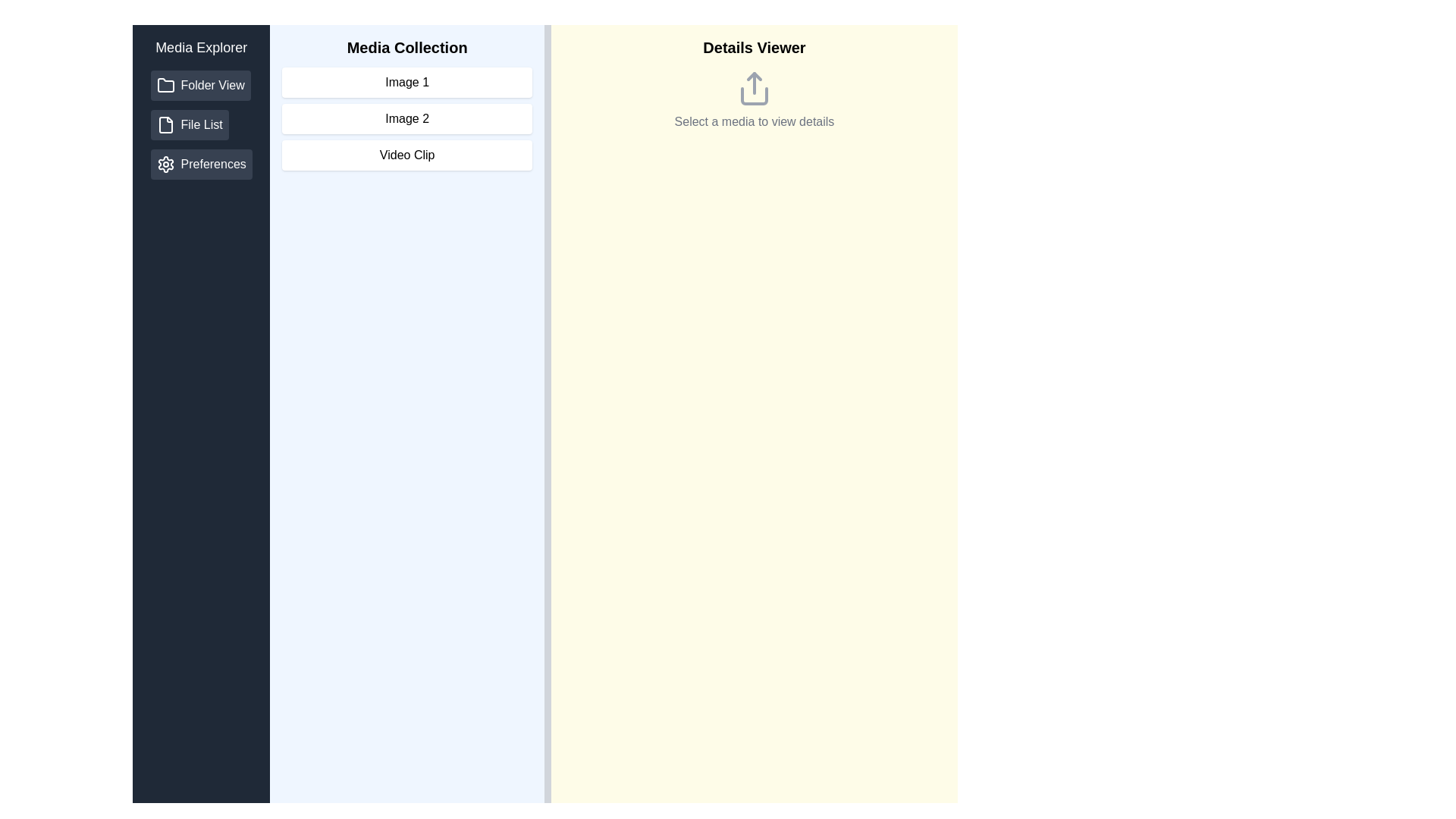 Image resolution: width=1456 pixels, height=819 pixels. Describe the element at coordinates (200, 46) in the screenshot. I see `the sidebar title label that indicates the current functionality or section's purpose, located at the topmost part of the sidebar` at that location.